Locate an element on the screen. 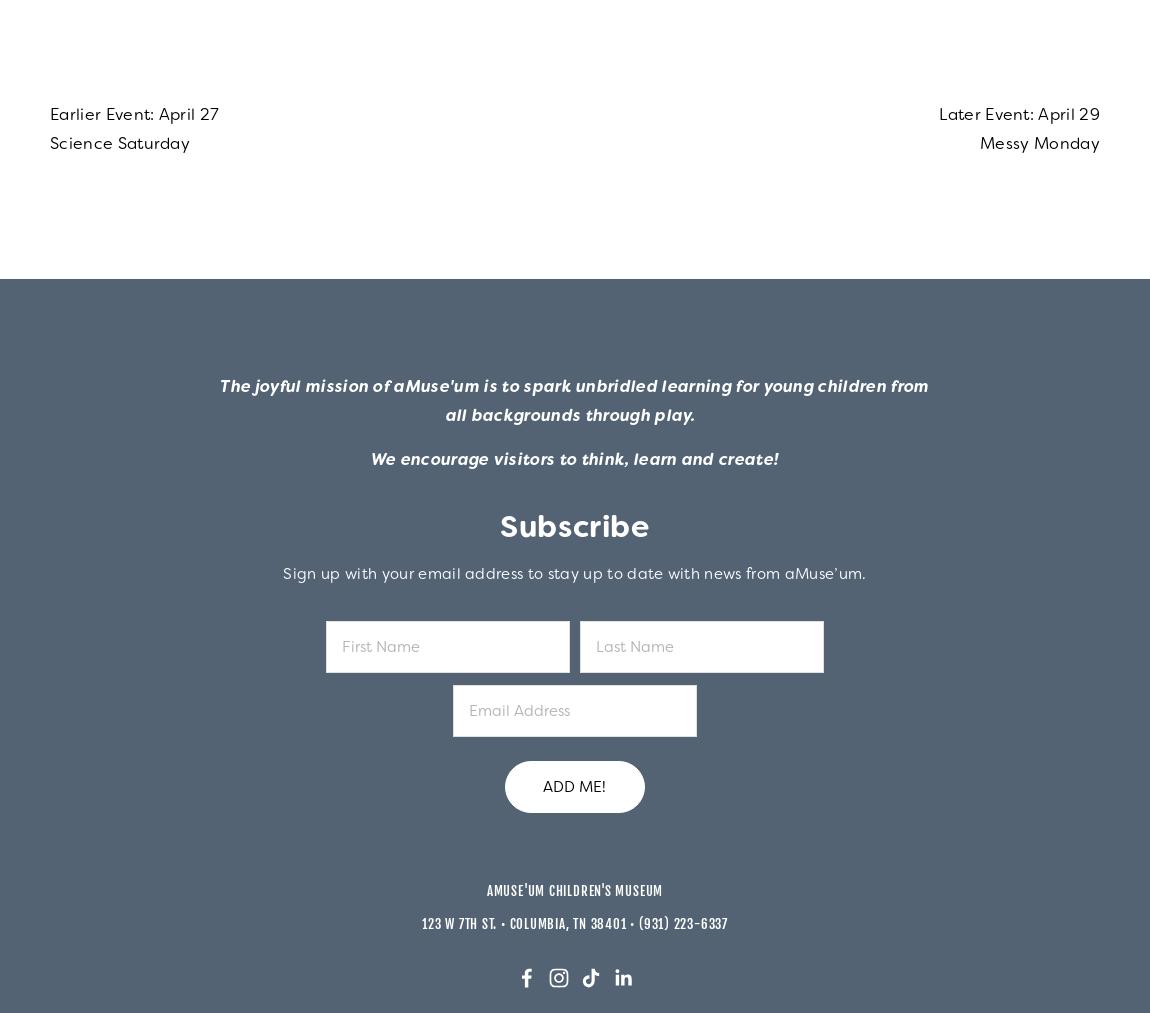  'Science Saturday' is located at coordinates (118, 143).